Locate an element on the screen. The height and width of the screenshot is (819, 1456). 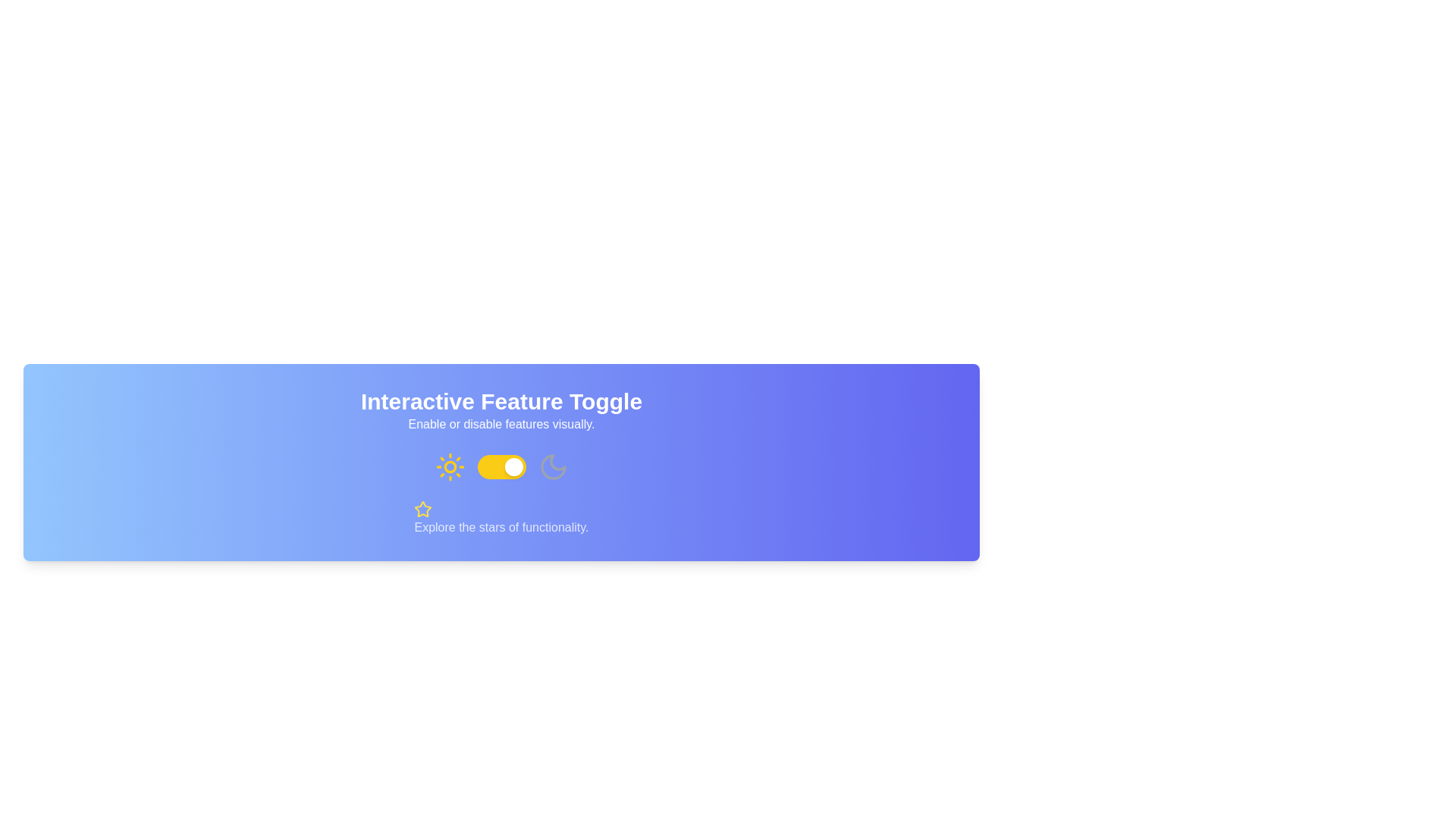
the crescent moon icon within a circular outline, located in the 'Interactive Feature Toggle' section, positioned rightmost in a group with a sun icon and a toggle switch is located at coordinates (552, 466).